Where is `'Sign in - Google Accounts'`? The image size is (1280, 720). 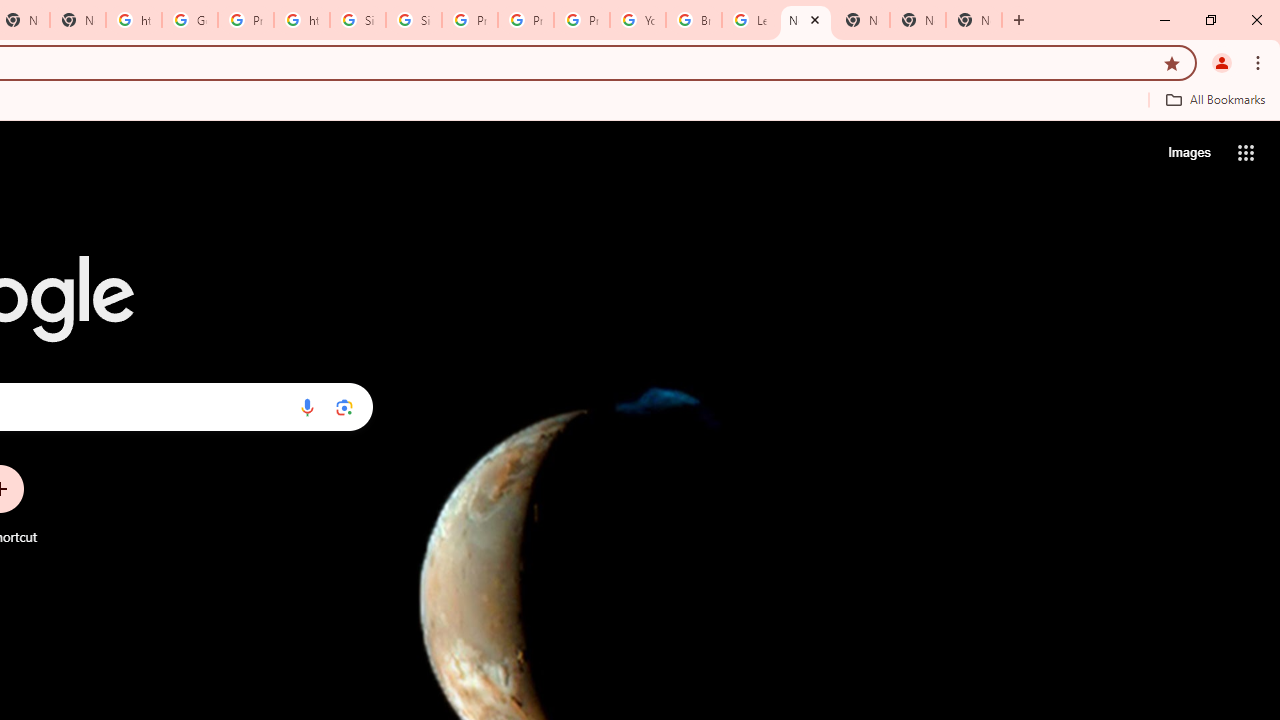
'Sign in - Google Accounts' is located at coordinates (413, 20).